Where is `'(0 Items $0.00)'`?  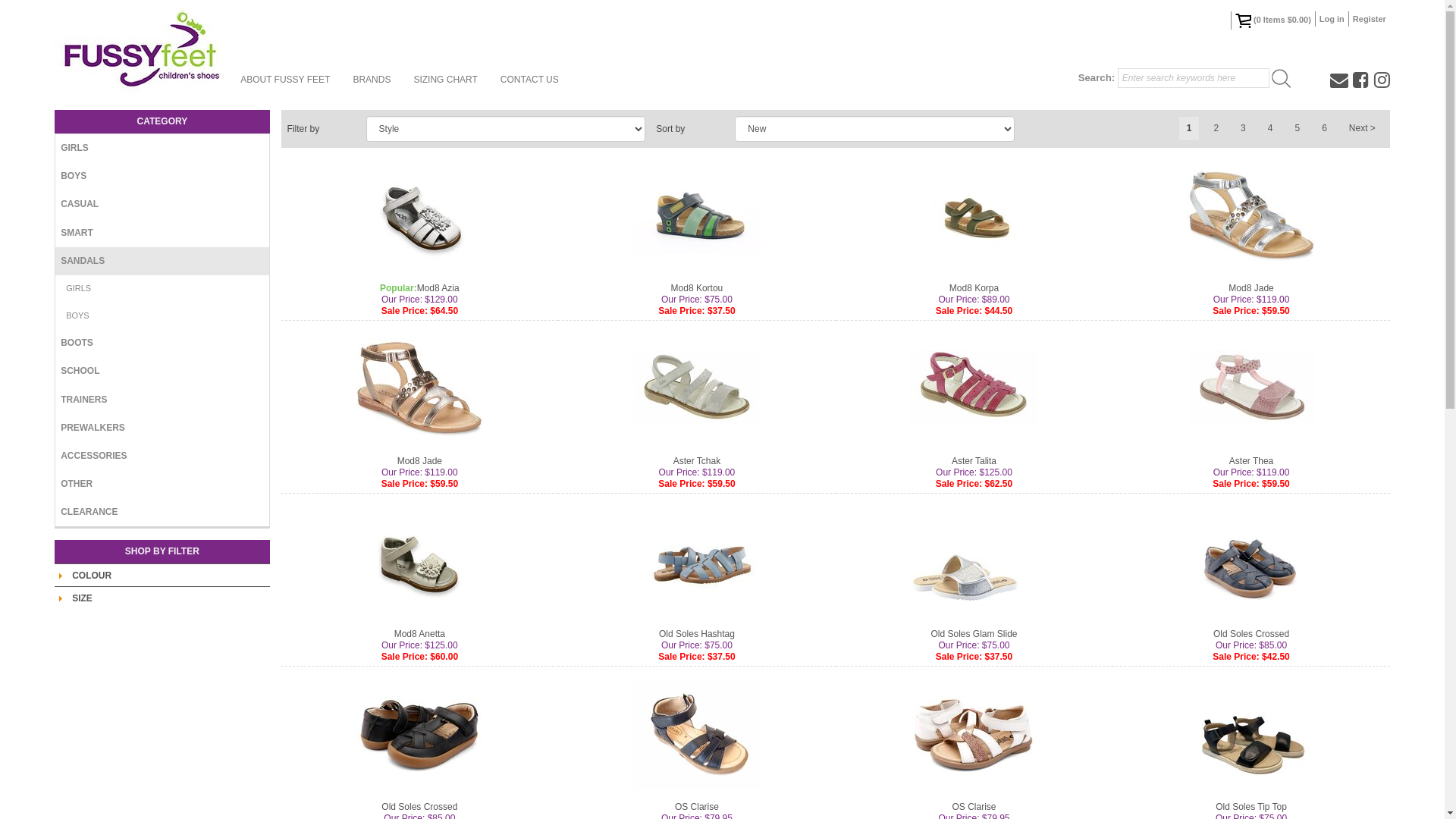 '(0 Items $0.00)' is located at coordinates (1231, 20).